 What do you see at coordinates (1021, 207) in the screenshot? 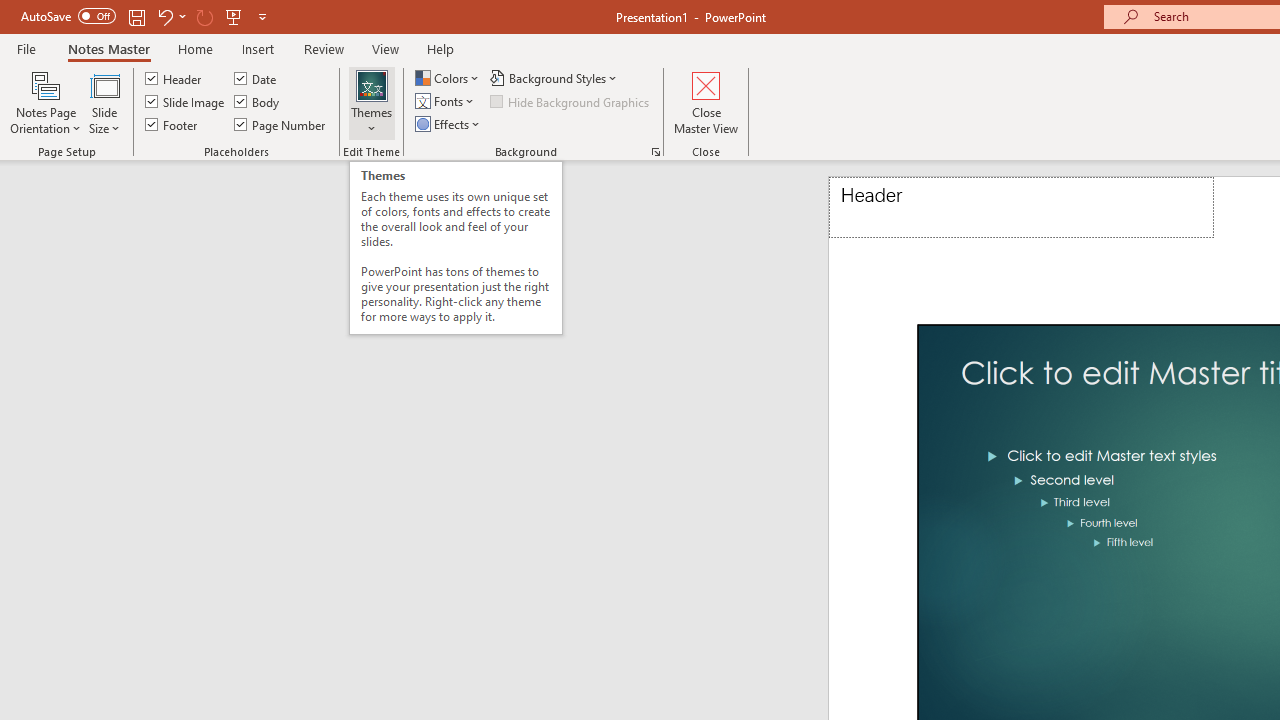
I see `'Header'` at bounding box center [1021, 207].